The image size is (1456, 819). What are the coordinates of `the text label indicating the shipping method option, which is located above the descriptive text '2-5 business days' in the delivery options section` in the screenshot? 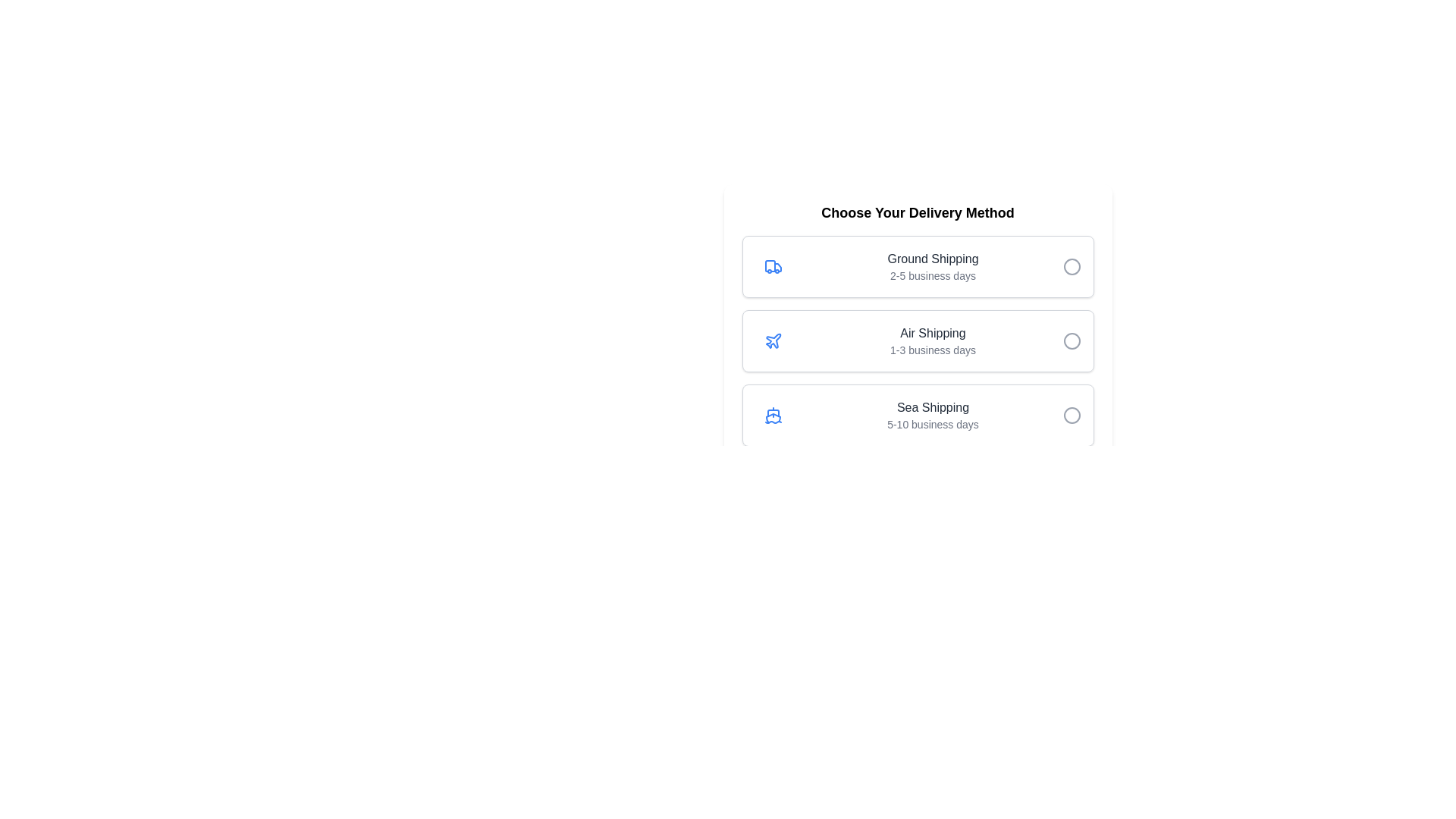 It's located at (932, 259).